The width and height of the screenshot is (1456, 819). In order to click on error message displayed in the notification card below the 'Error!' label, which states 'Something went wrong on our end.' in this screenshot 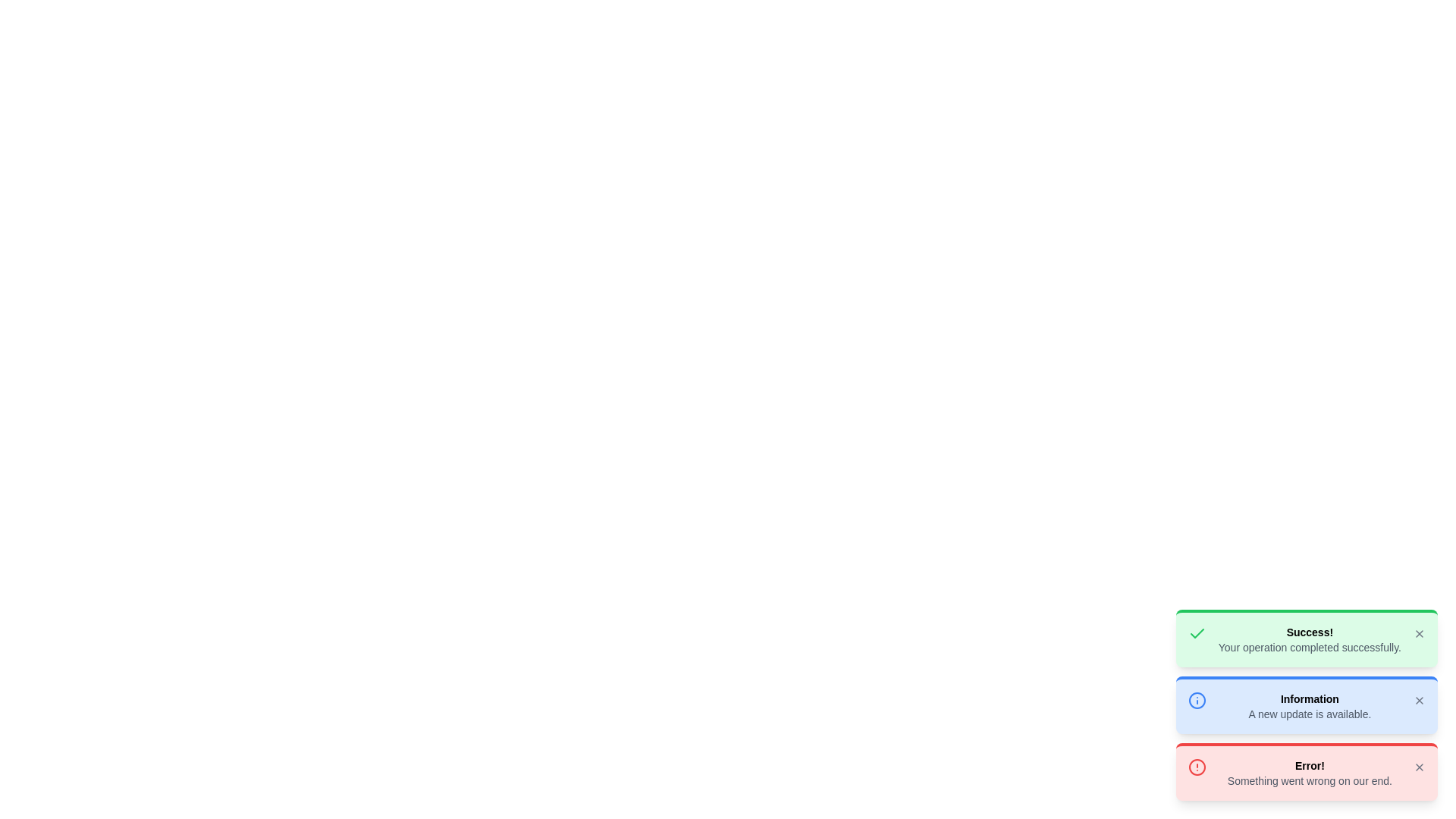, I will do `click(1309, 780)`.